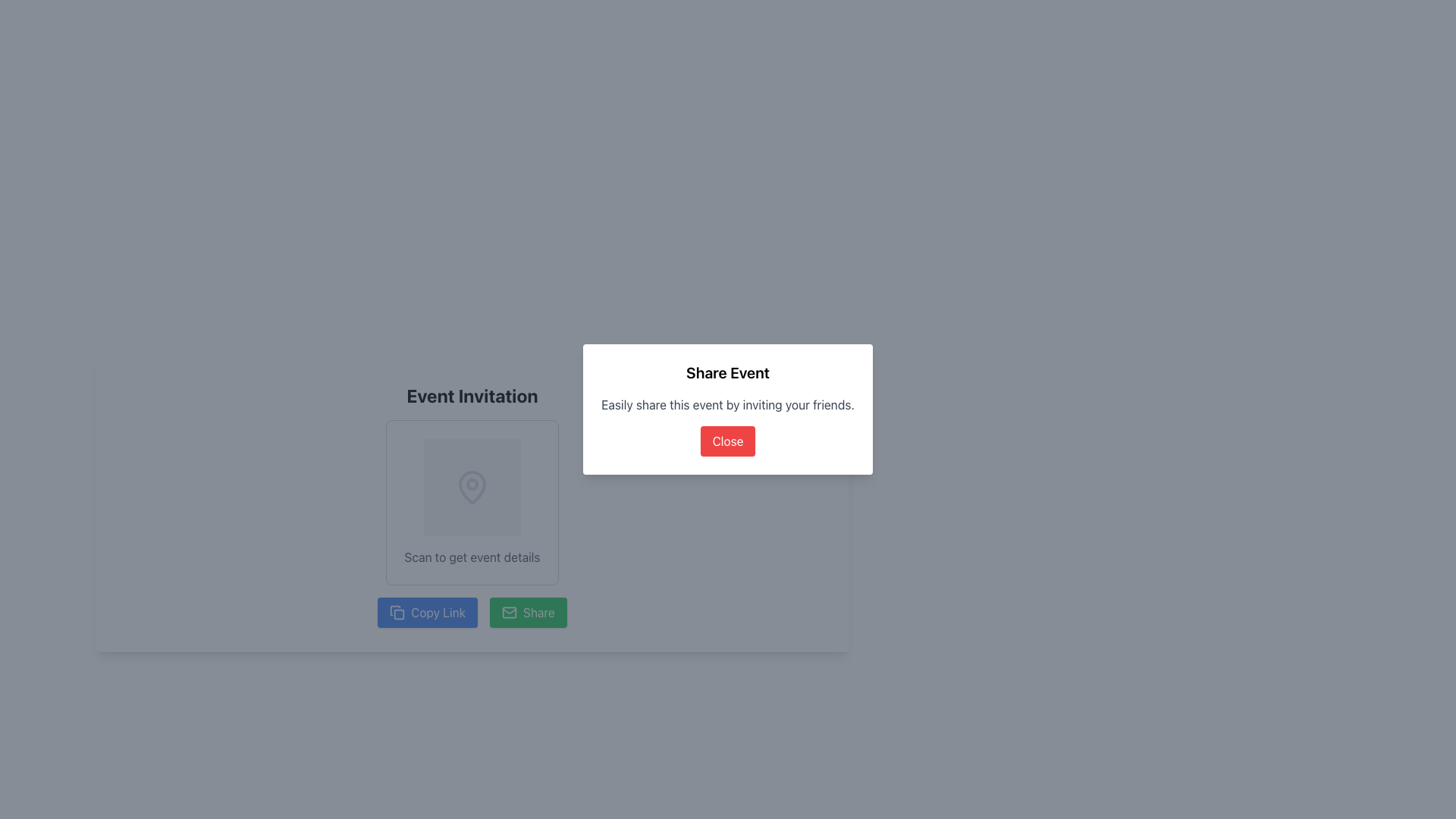  What do you see at coordinates (397, 611) in the screenshot?
I see `the small square icon resembling two overlapping rectangles with a blue background, located to the left of the 'Copy Link' text on the blue button at the bottom center of the left card` at bounding box center [397, 611].